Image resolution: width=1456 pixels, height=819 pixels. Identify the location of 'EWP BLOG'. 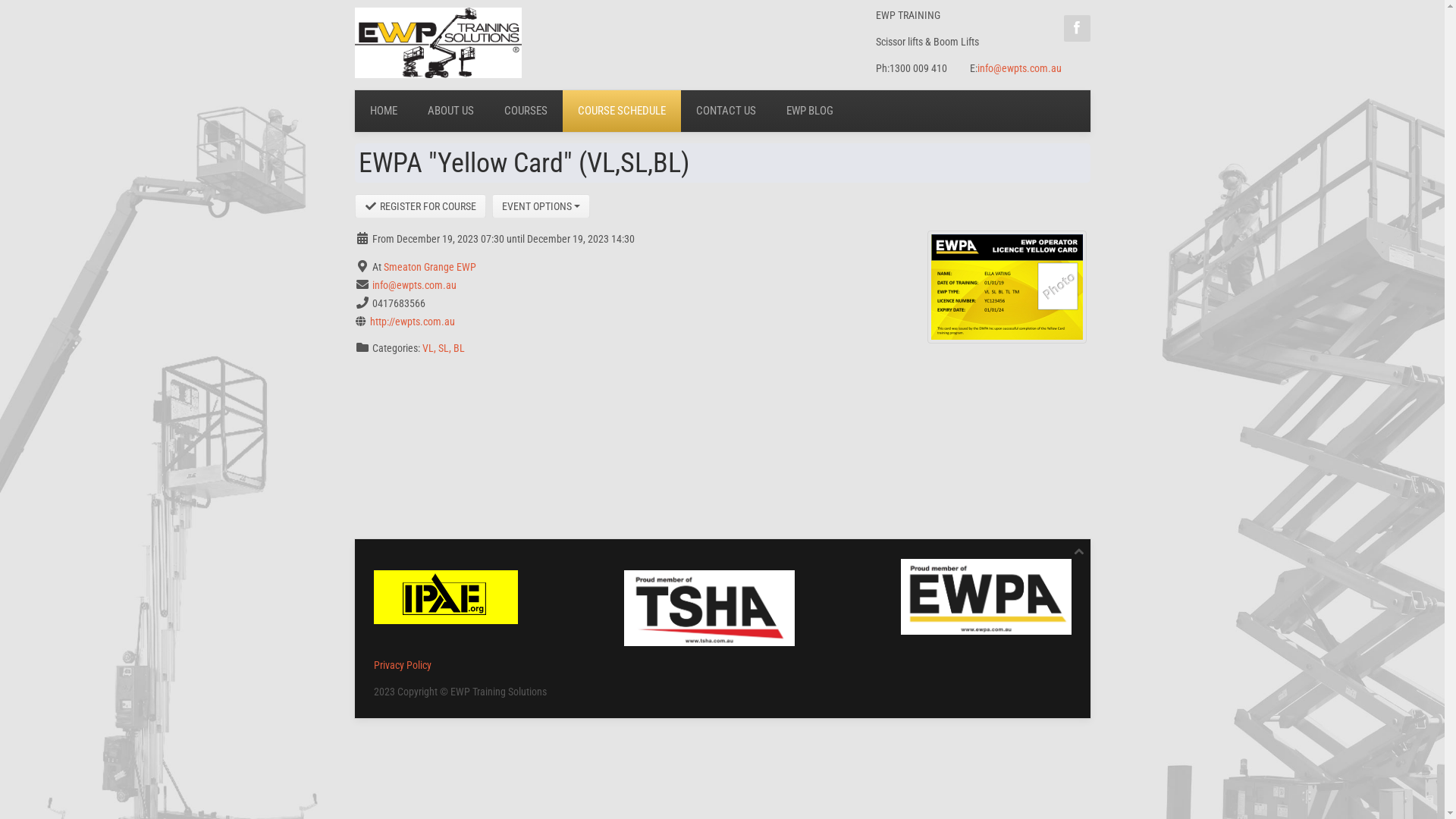
(770, 110).